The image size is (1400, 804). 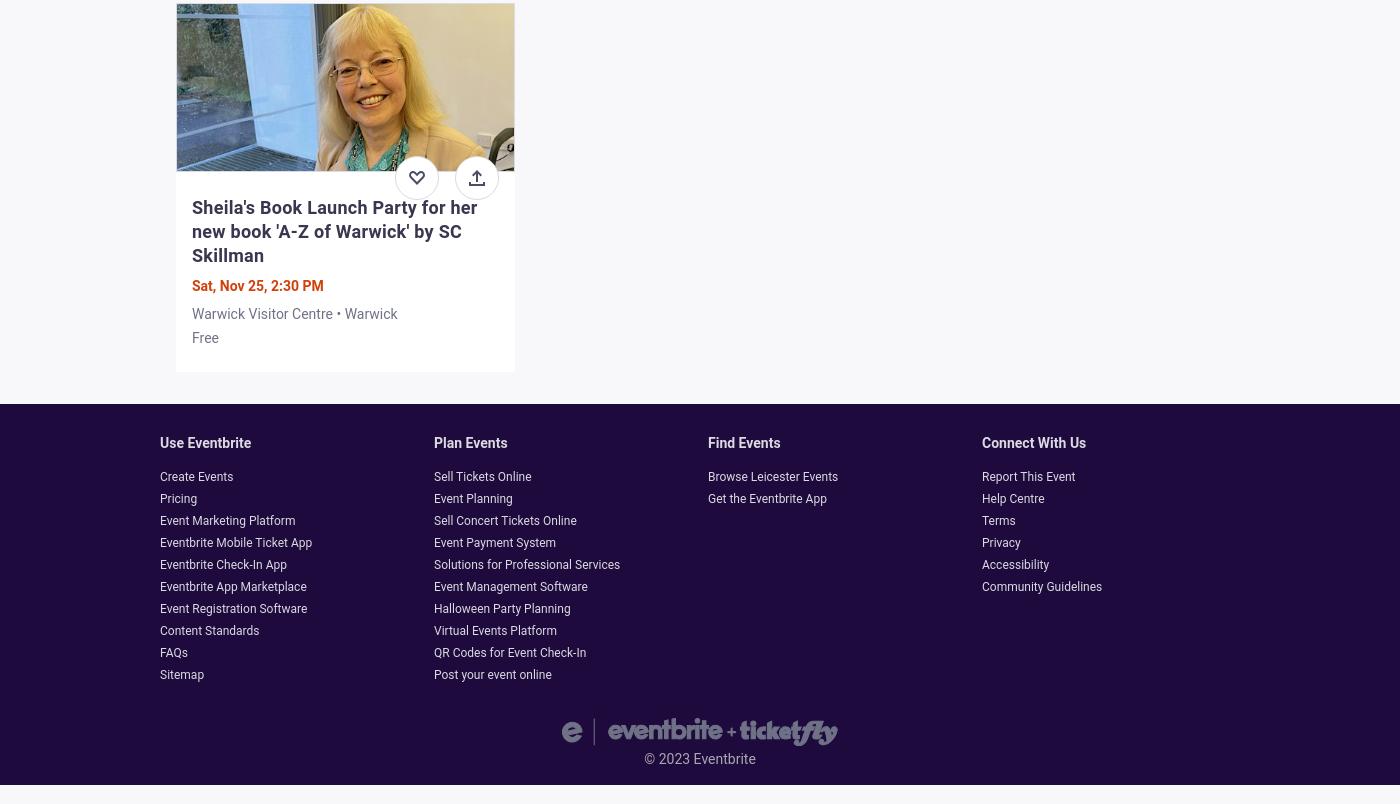 What do you see at coordinates (231, 586) in the screenshot?
I see `'Eventbrite App Marketplace'` at bounding box center [231, 586].